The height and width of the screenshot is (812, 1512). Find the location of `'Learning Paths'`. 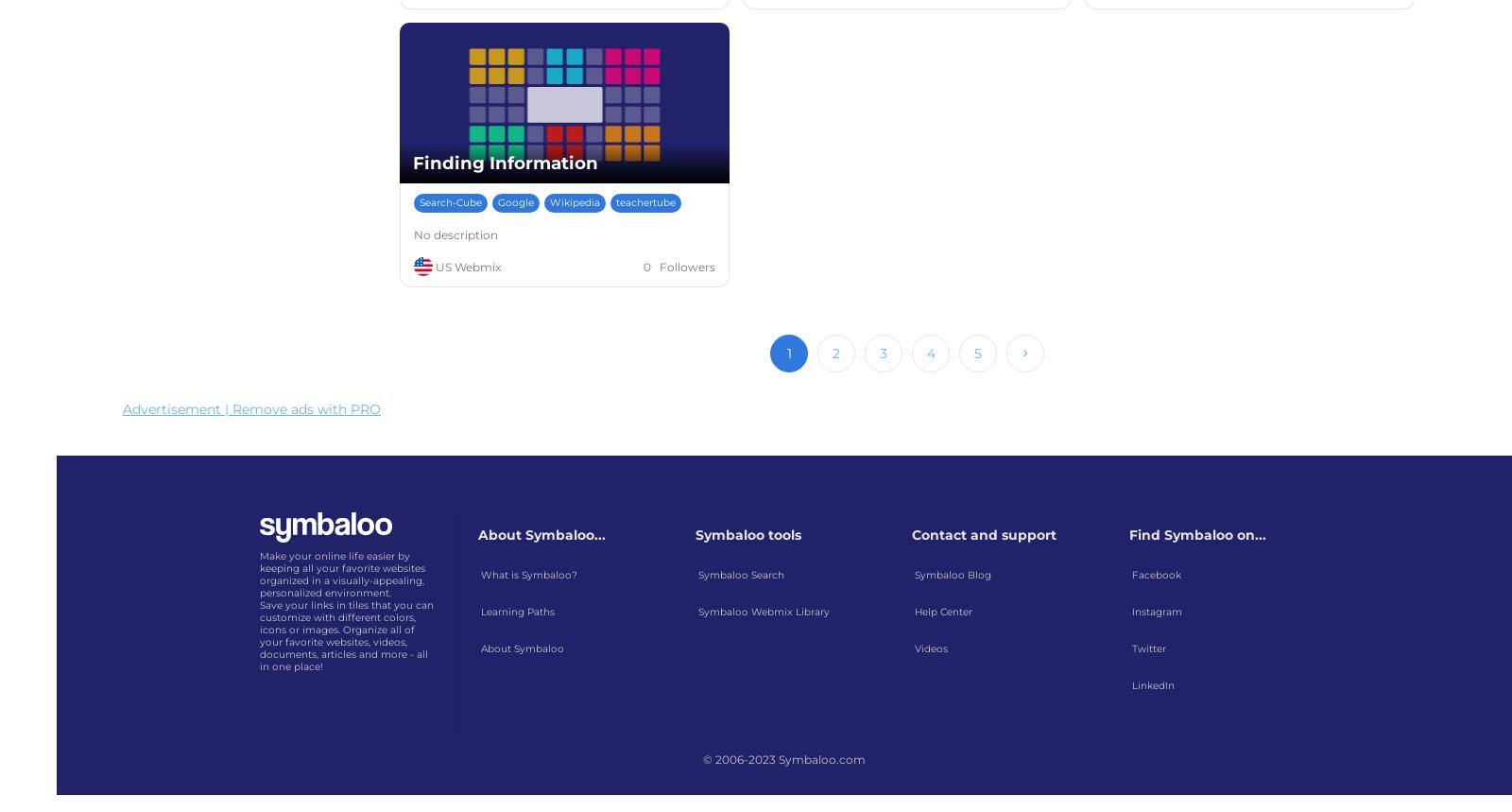

'Learning Paths' is located at coordinates (516, 611).